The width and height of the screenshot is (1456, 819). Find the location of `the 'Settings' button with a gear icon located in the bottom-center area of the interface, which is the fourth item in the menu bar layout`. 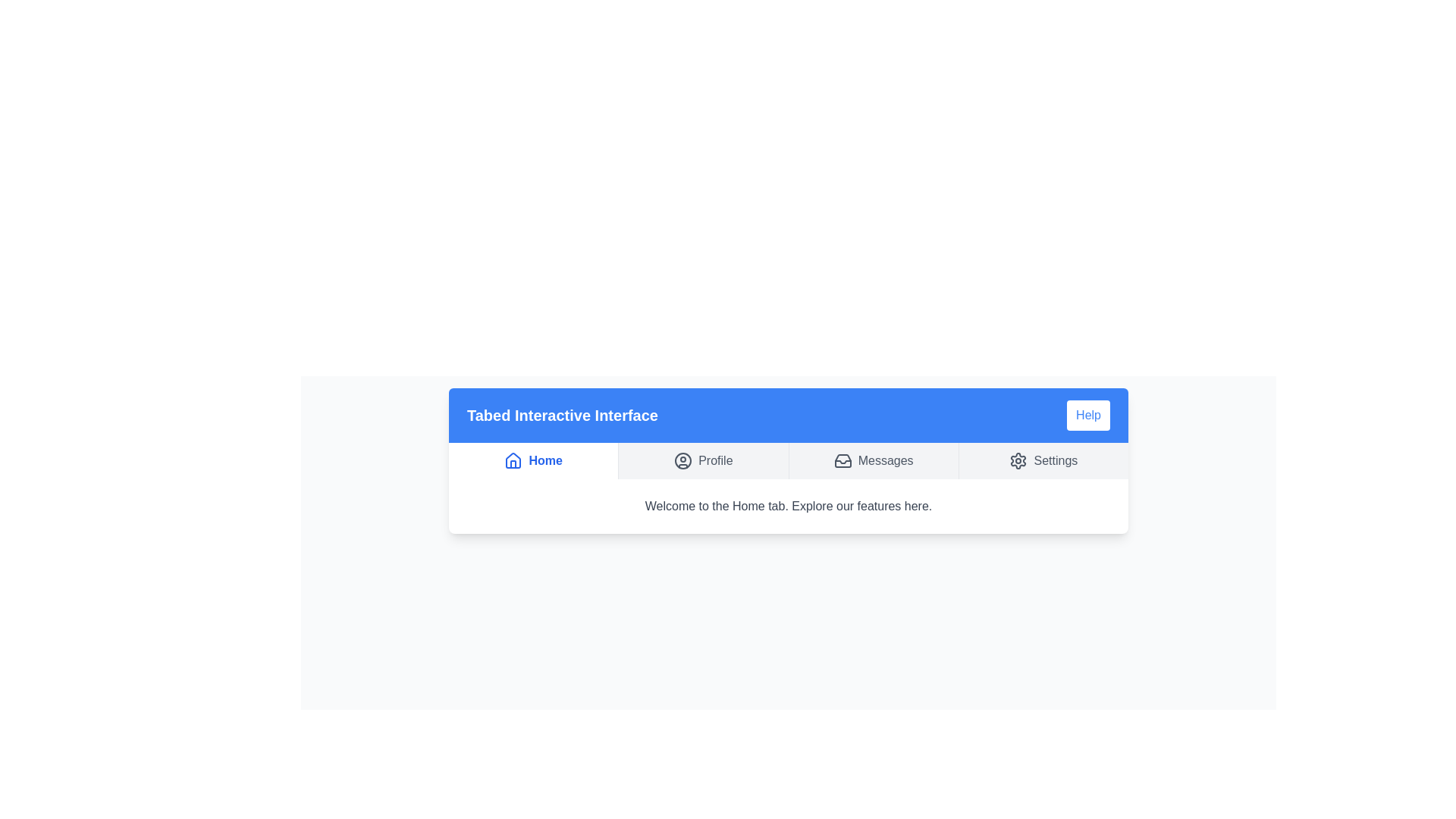

the 'Settings' button with a gear icon located in the bottom-center area of the interface, which is the fourth item in the menu bar layout is located at coordinates (1043, 460).